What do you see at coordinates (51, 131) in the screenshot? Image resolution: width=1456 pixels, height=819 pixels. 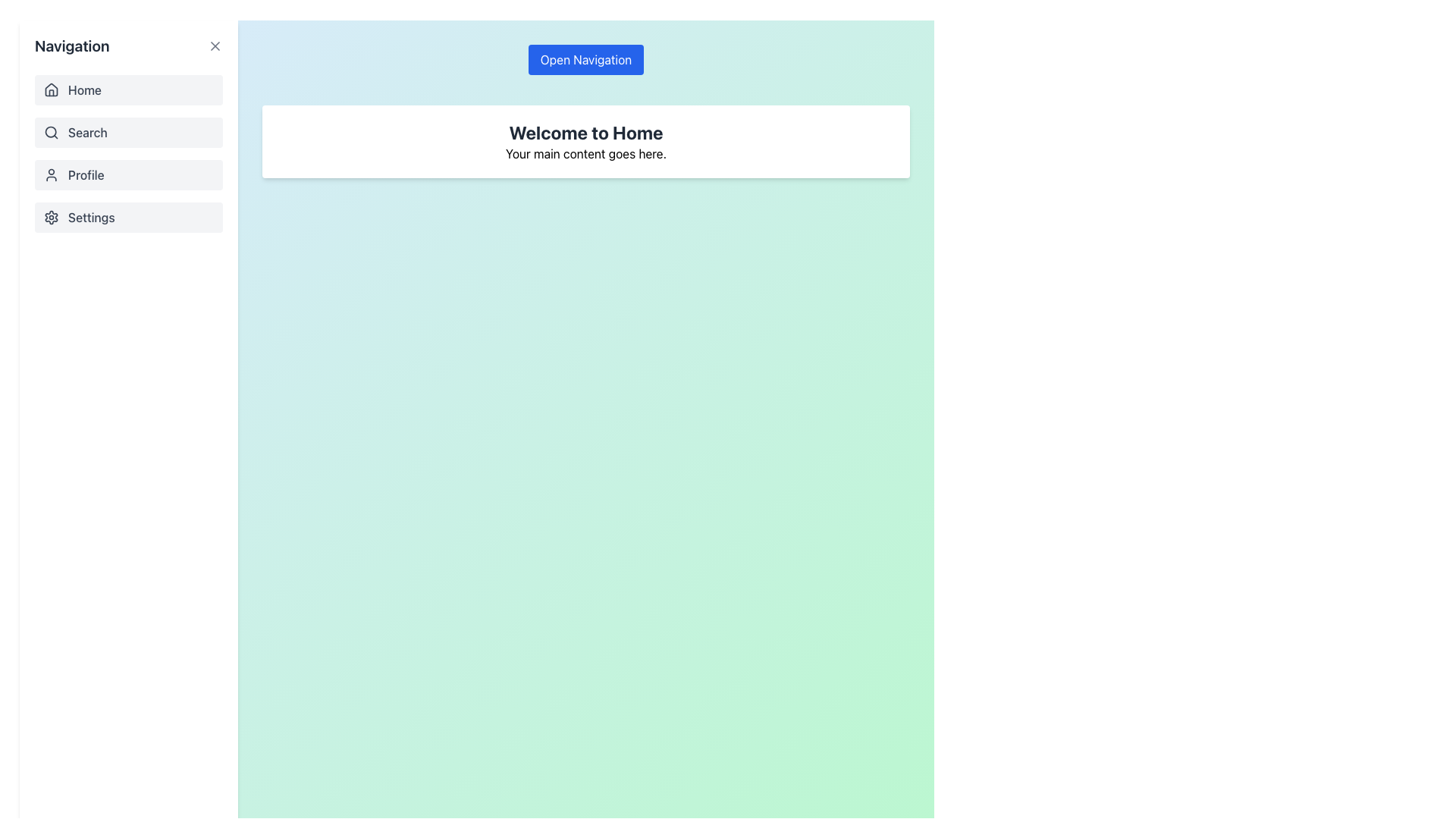 I see `the inner circle of the magnifying glass icon in the 'Search' button group of the left-side navigation menu` at bounding box center [51, 131].